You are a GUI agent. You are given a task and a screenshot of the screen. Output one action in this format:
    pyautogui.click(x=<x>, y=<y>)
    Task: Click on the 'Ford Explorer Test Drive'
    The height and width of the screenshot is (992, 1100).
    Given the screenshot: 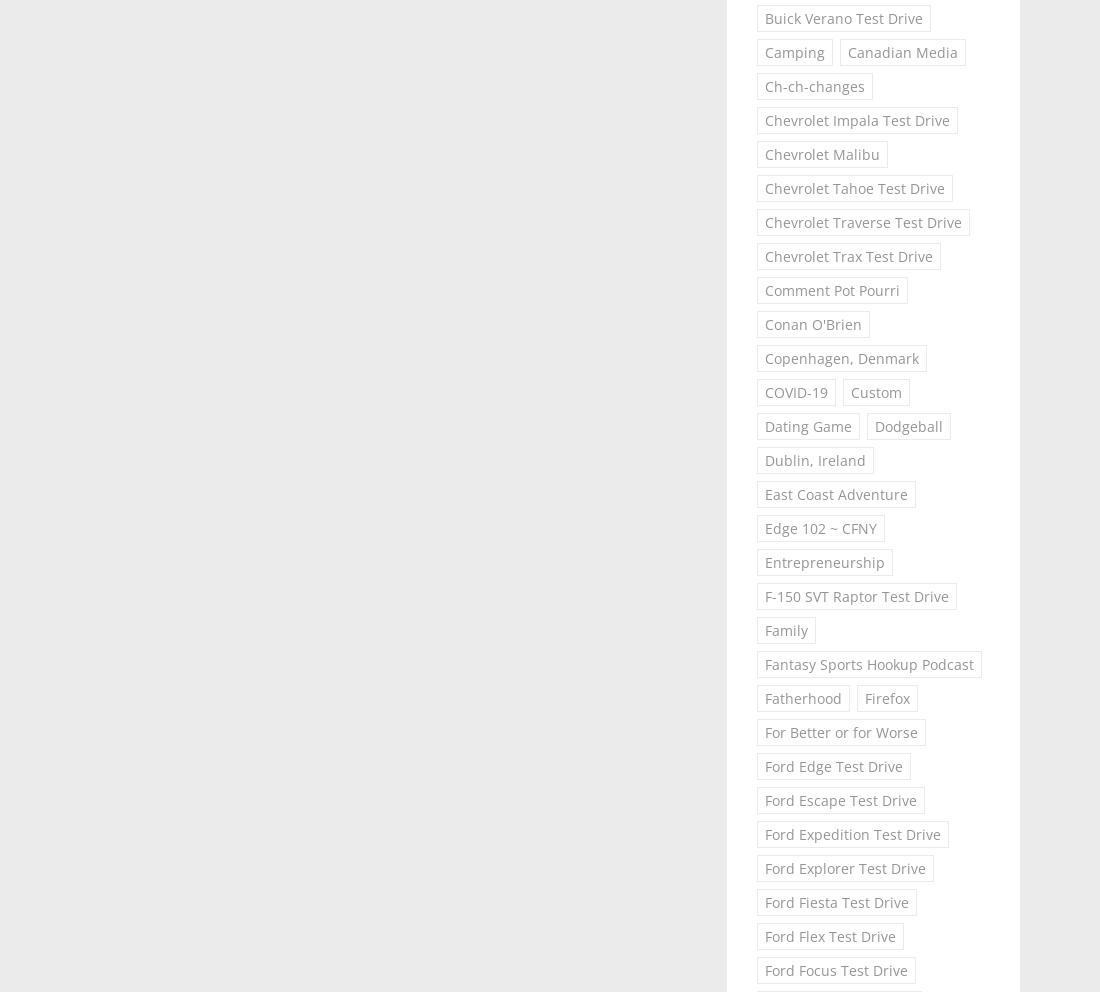 What is the action you would take?
    pyautogui.click(x=843, y=867)
    